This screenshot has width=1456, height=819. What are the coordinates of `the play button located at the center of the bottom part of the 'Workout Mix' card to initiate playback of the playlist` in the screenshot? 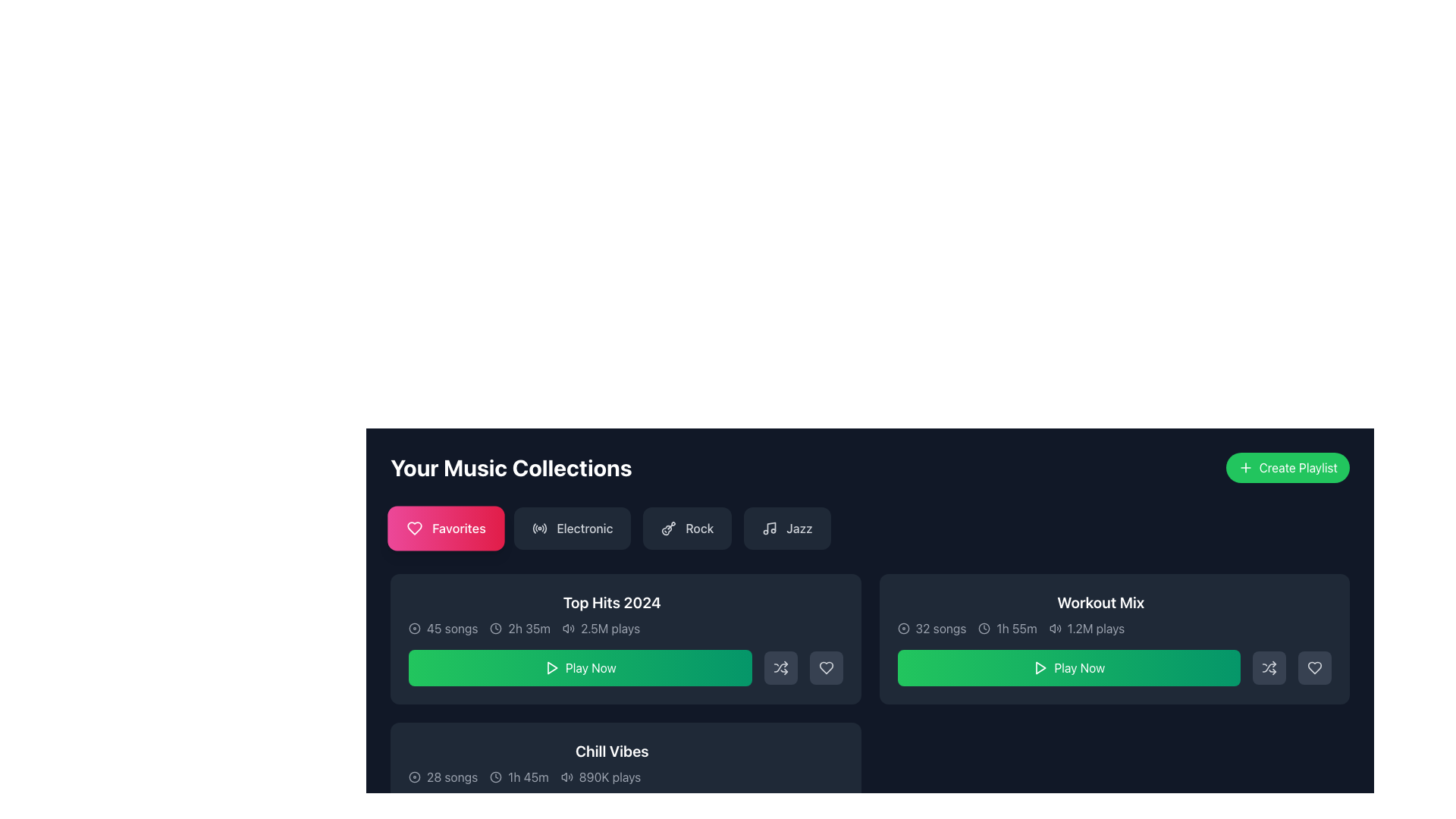 It's located at (1114, 667).